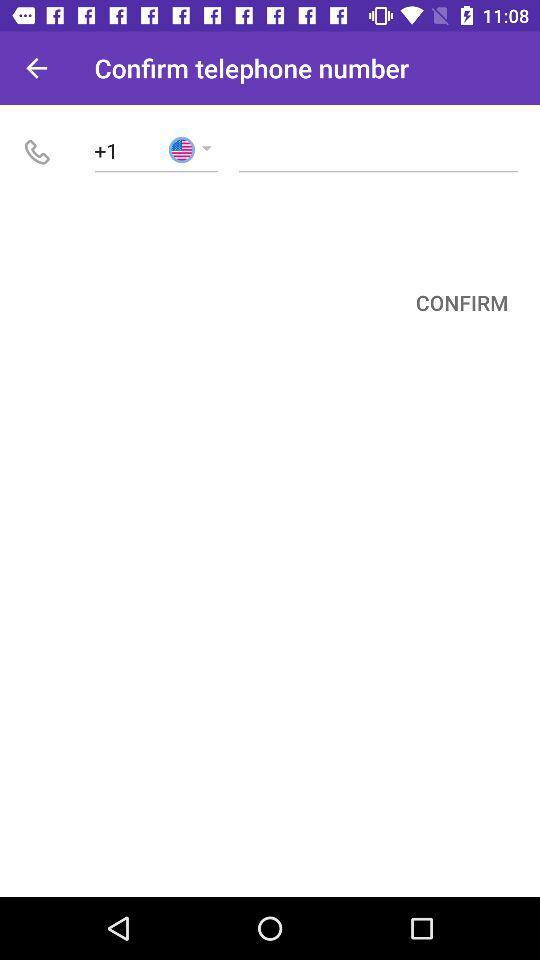  I want to click on telephone number, so click(378, 149).